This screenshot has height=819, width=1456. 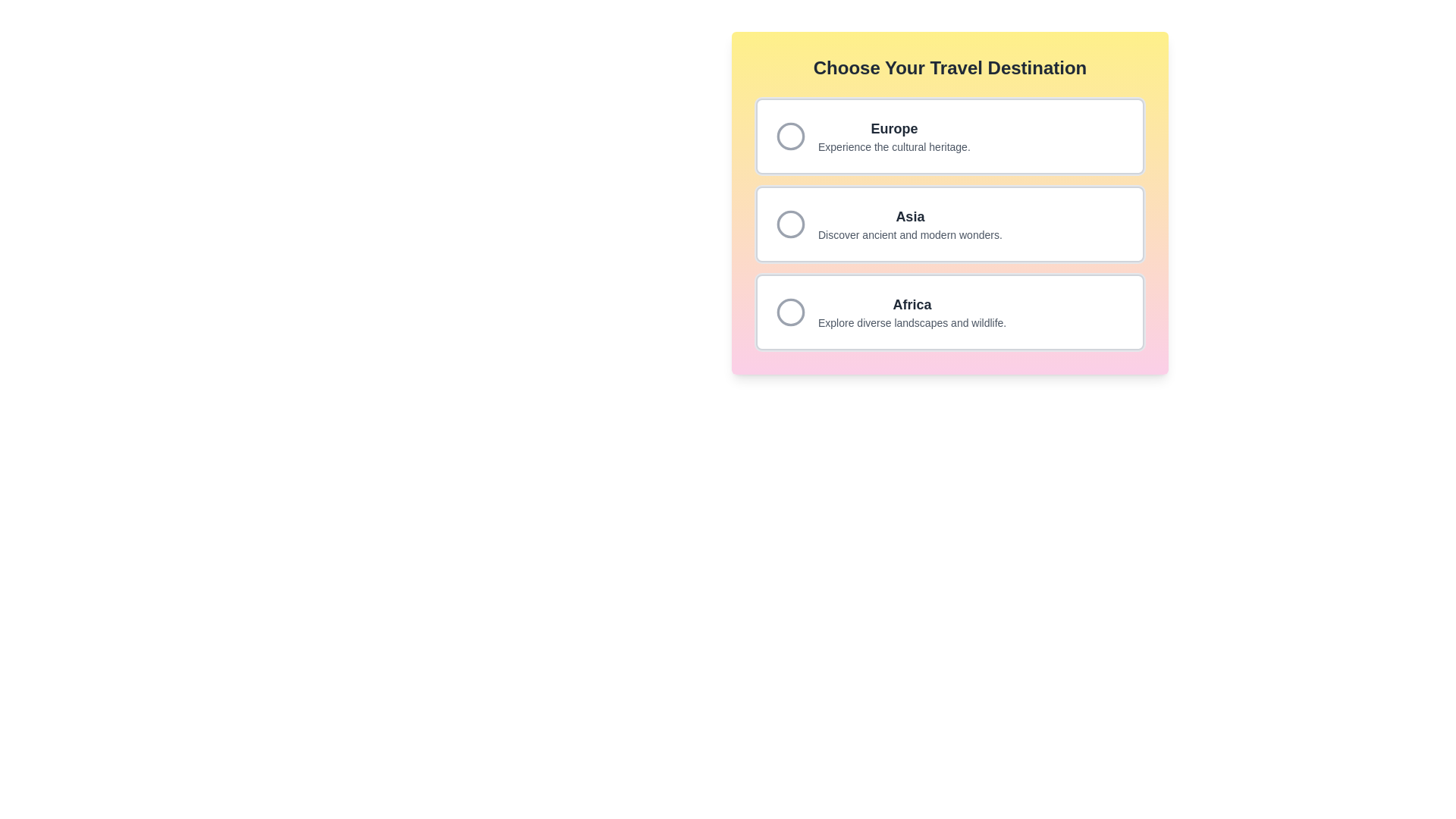 What do you see at coordinates (789, 136) in the screenshot?
I see `the circular radio button for the 'Europe' option` at bounding box center [789, 136].